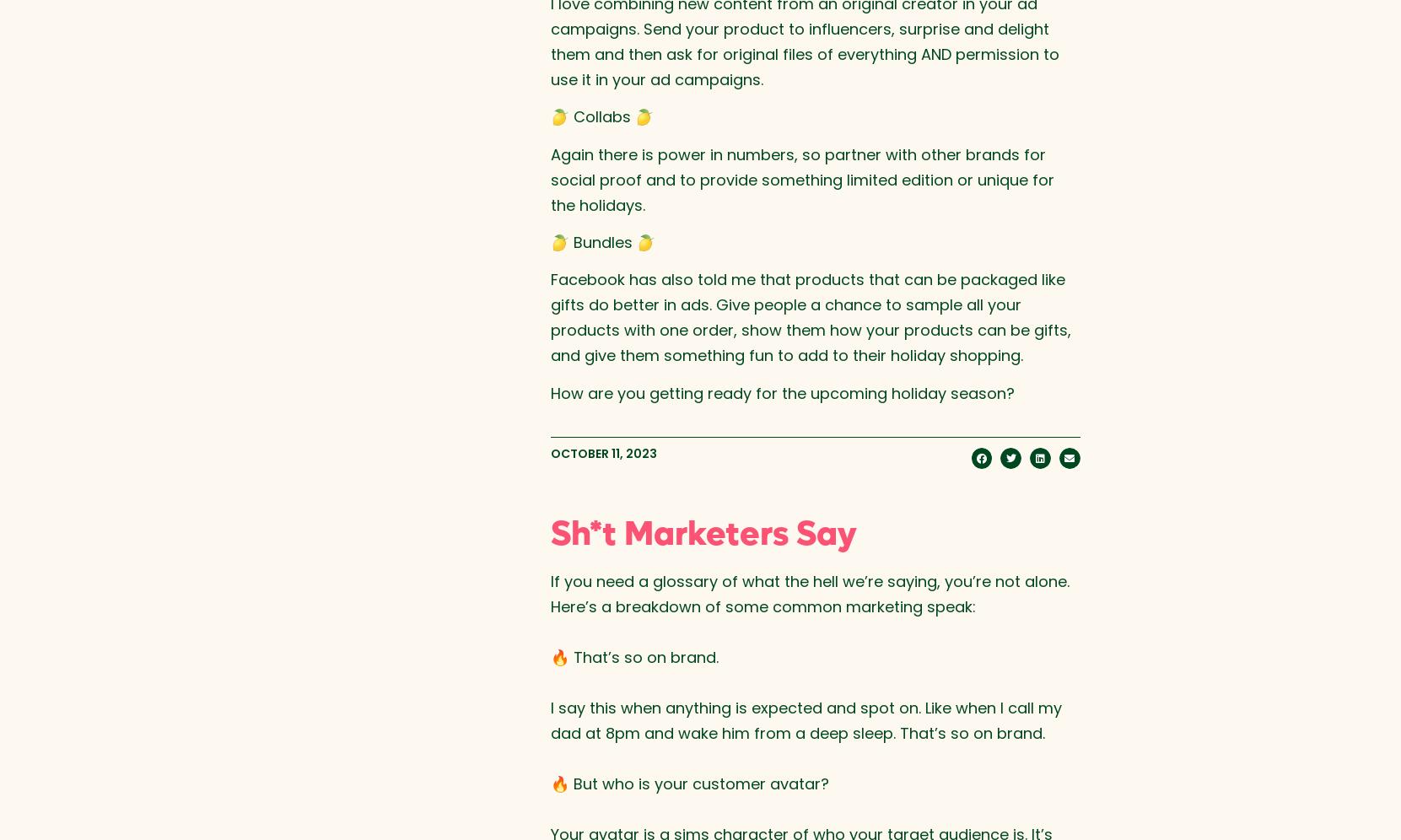 Image resolution: width=1401 pixels, height=840 pixels. Describe the element at coordinates (601, 116) in the screenshot. I see `'🍋 Collabs 🍋'` at that location.